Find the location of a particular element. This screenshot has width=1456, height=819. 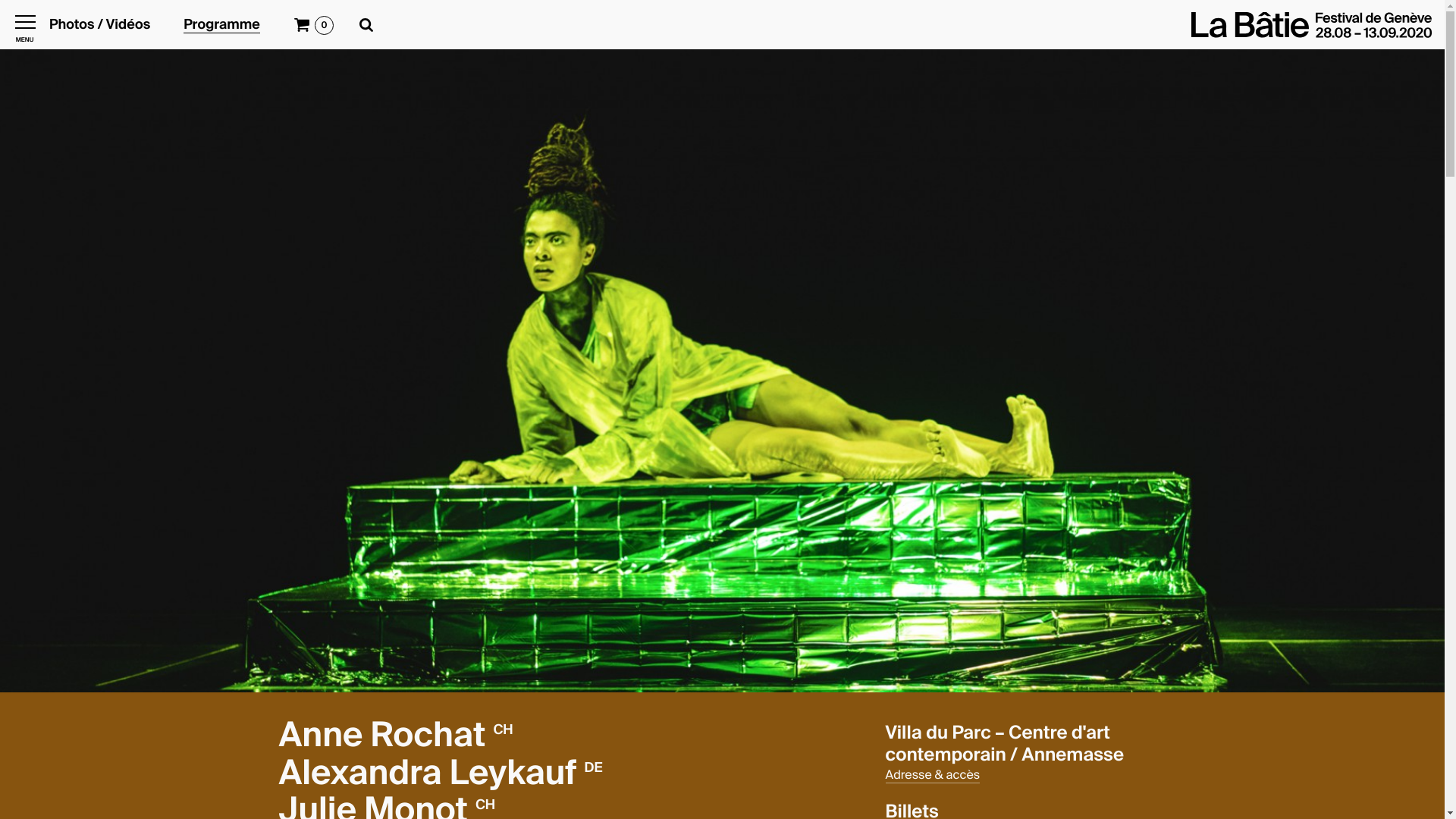

'Programme' is located at coordinates (221, 25).